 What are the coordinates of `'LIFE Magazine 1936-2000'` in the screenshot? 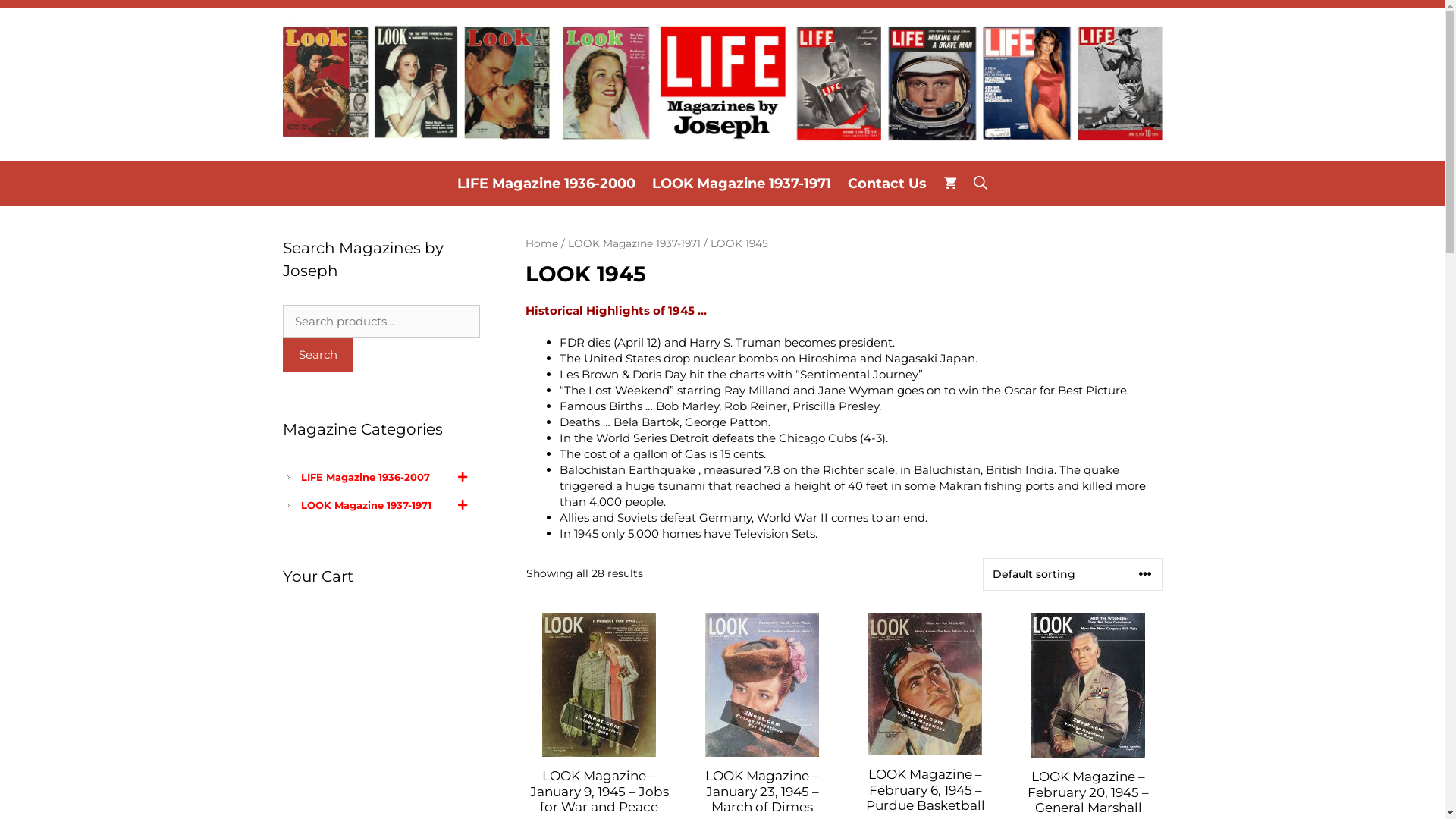 It's located at (447, 183).